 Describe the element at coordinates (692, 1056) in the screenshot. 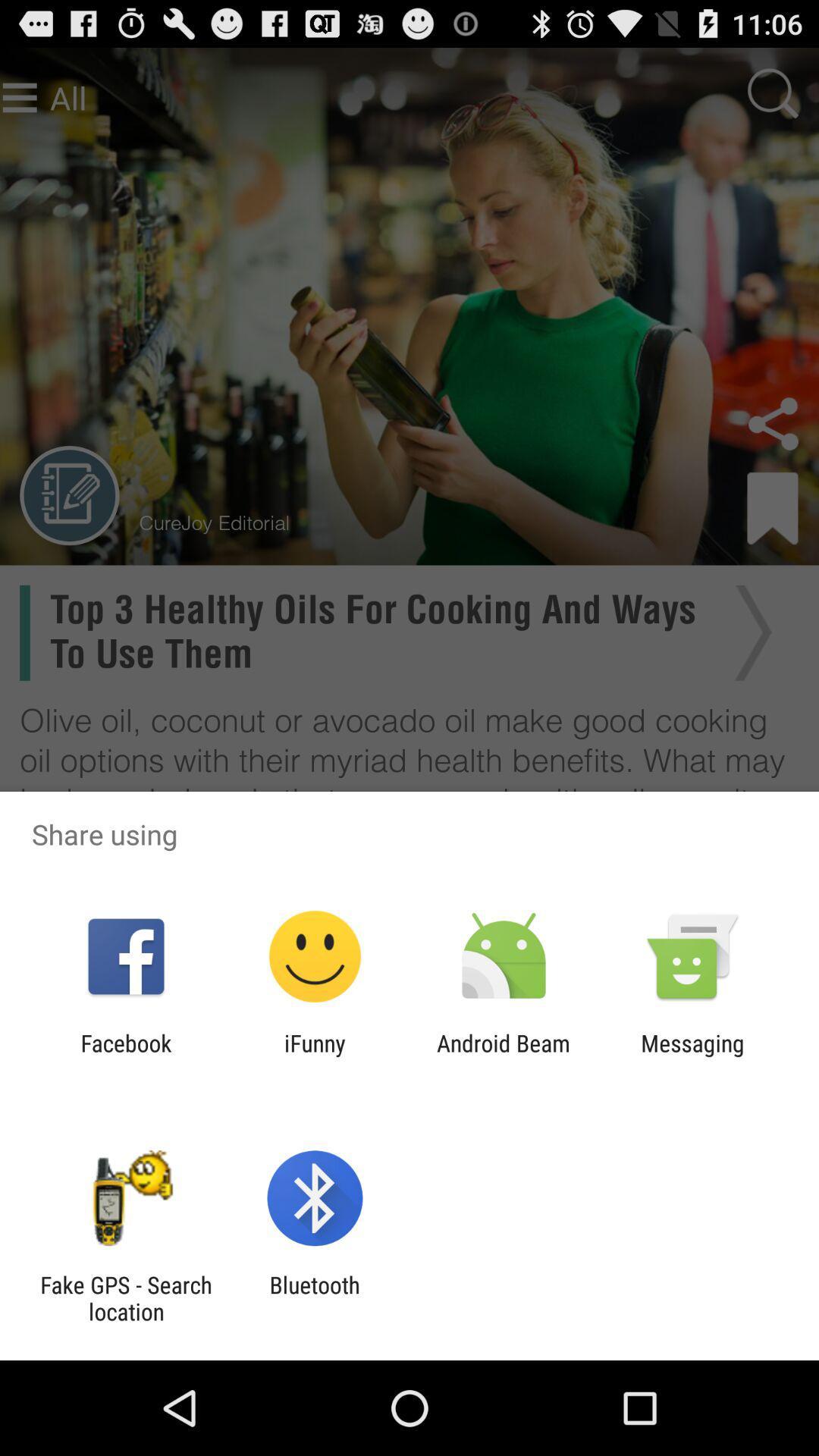

I see `the app to the right of android beam` at that location.